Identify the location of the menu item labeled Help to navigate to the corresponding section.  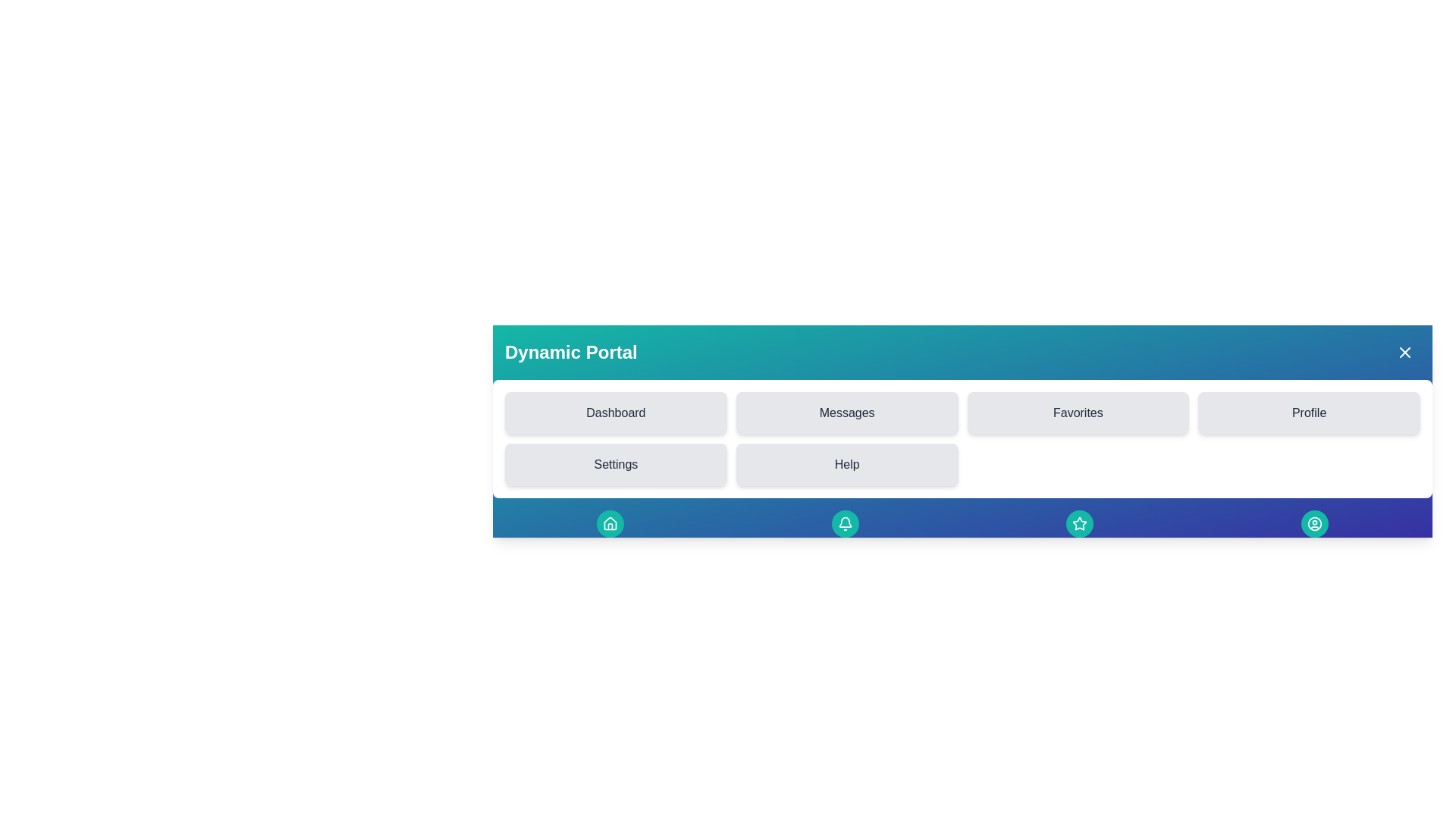
(846, 464).